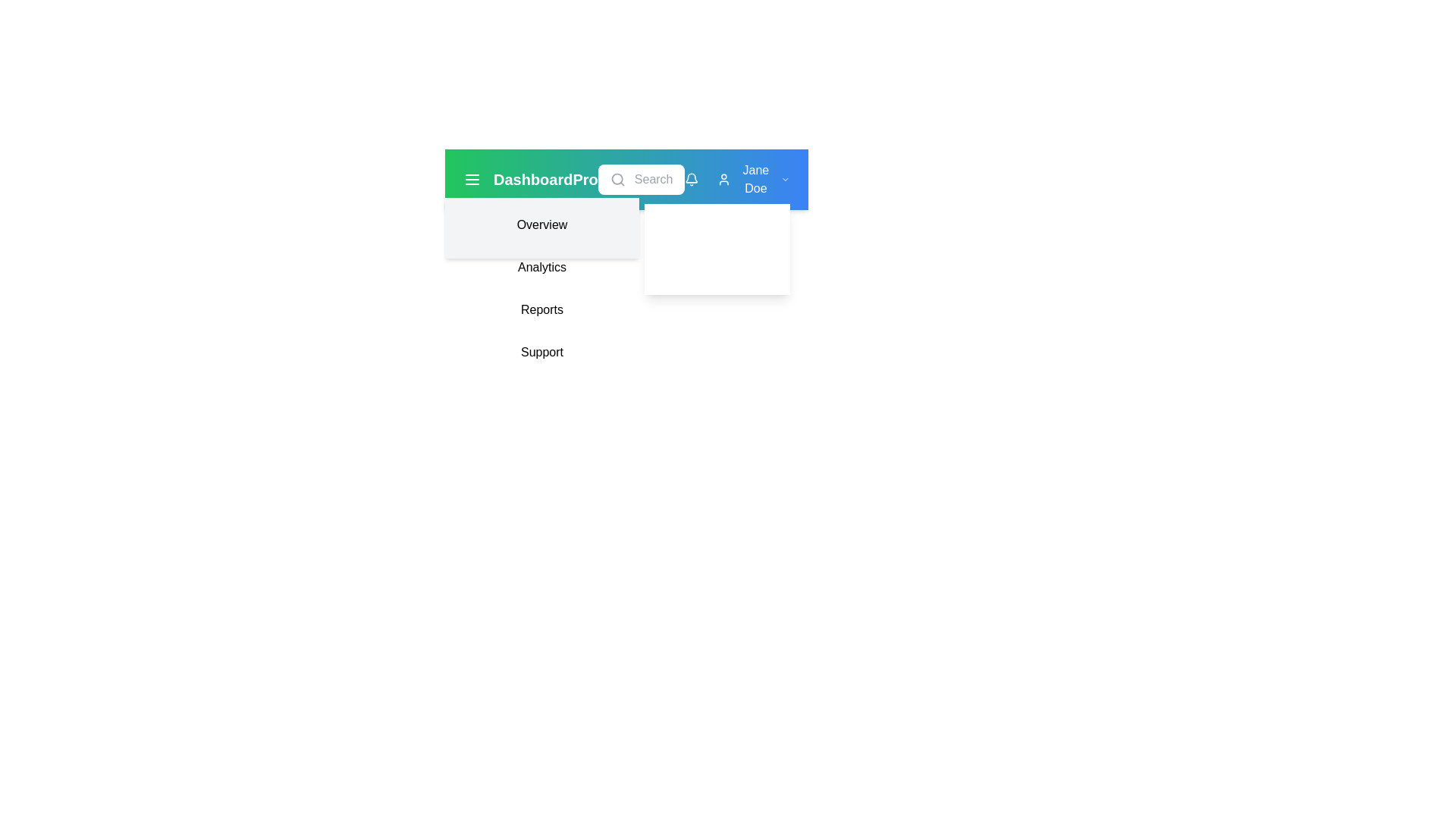  I want to click on the user icon, which is a white SVG icon resembling a person, located in the top right navigation bar adjacent to the text label 'Jane Doe', so click(723, 178).